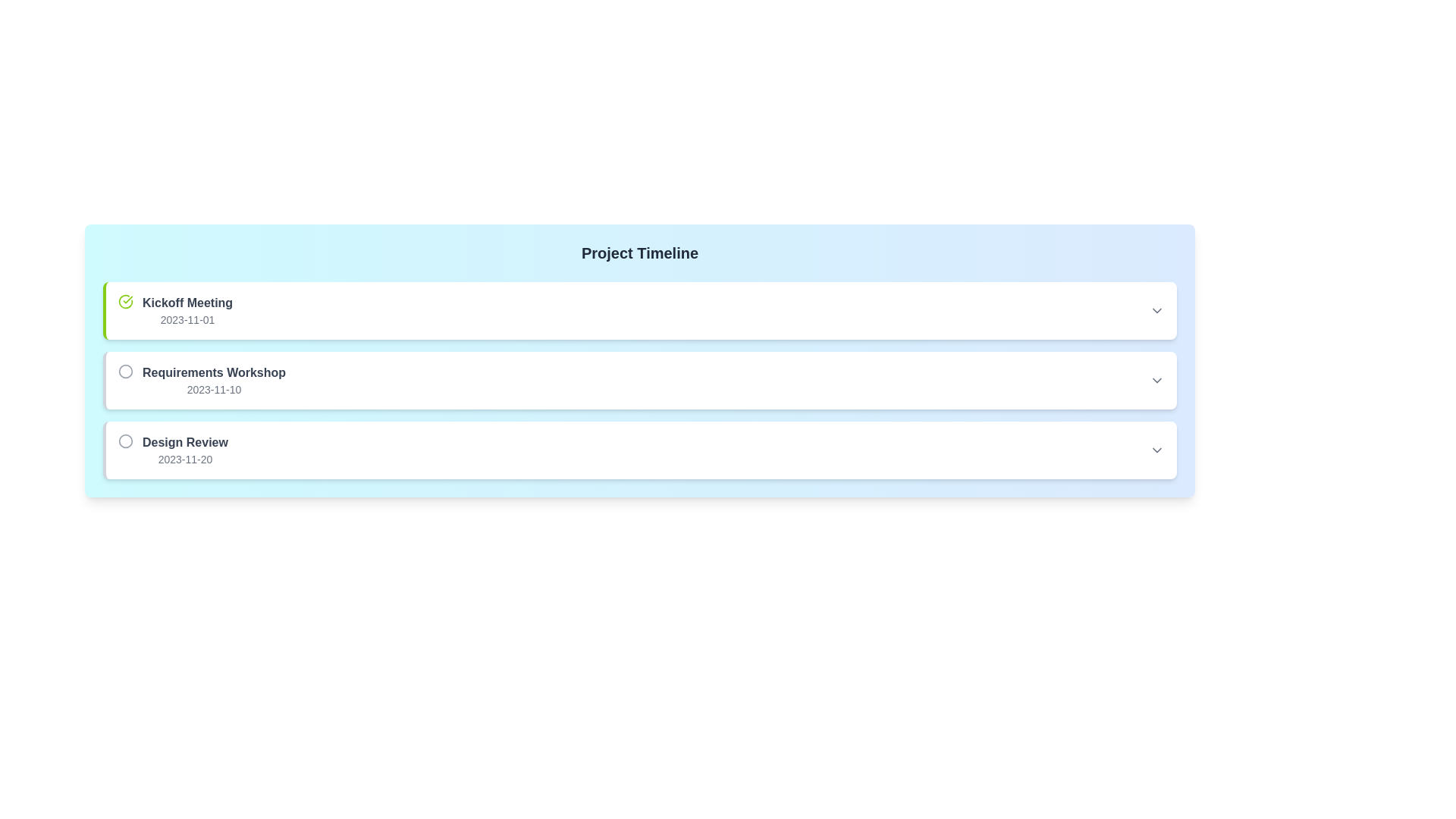  I want to click on the static text element displaying the date associated with the 'Kickoff Meeting', which is located below the main title text 'Kickoff Meeting', so click(187, 318).